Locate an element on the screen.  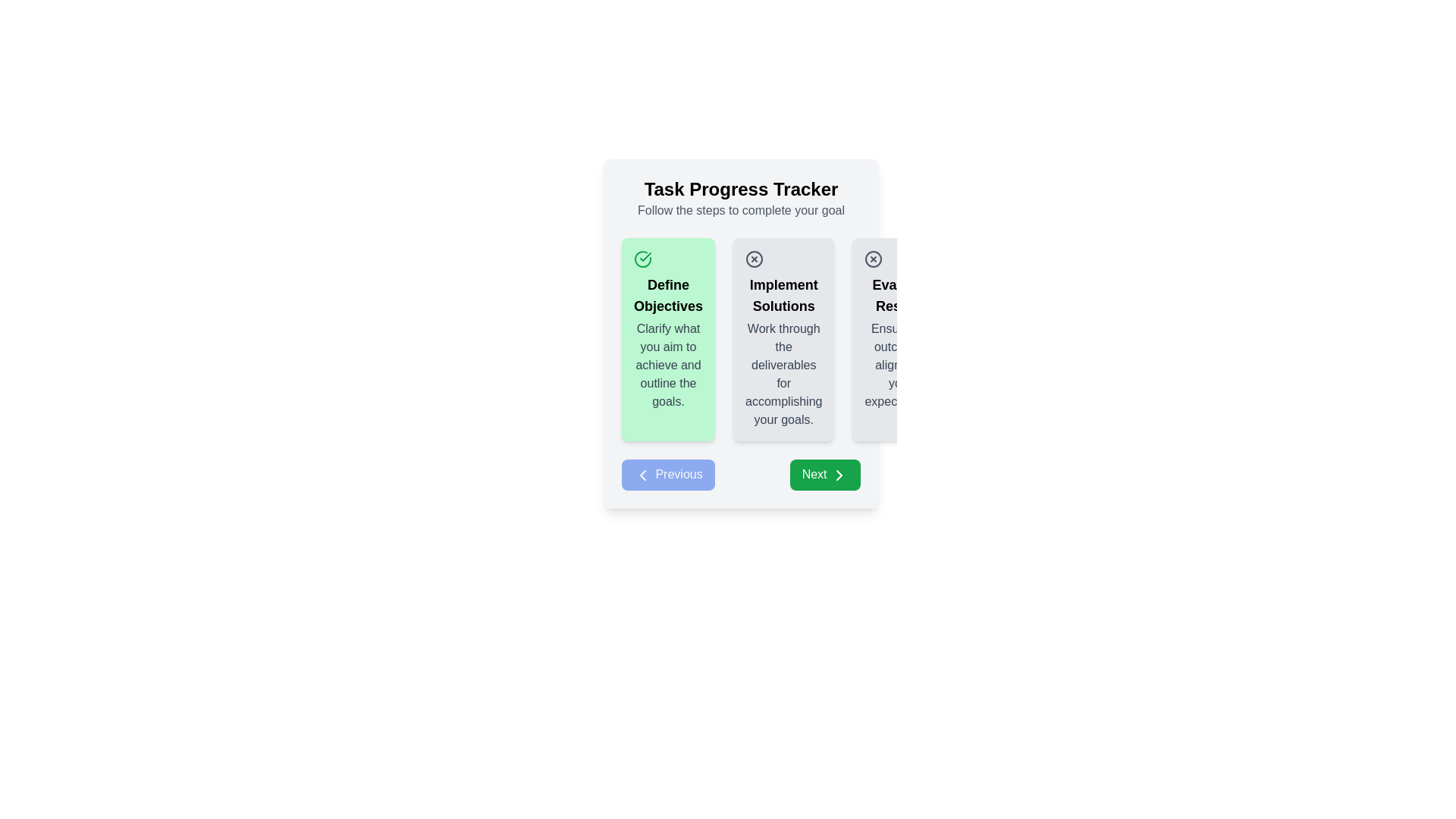
the first step indicator in the Task Progress Tracker is located at coordinates (667, 329).